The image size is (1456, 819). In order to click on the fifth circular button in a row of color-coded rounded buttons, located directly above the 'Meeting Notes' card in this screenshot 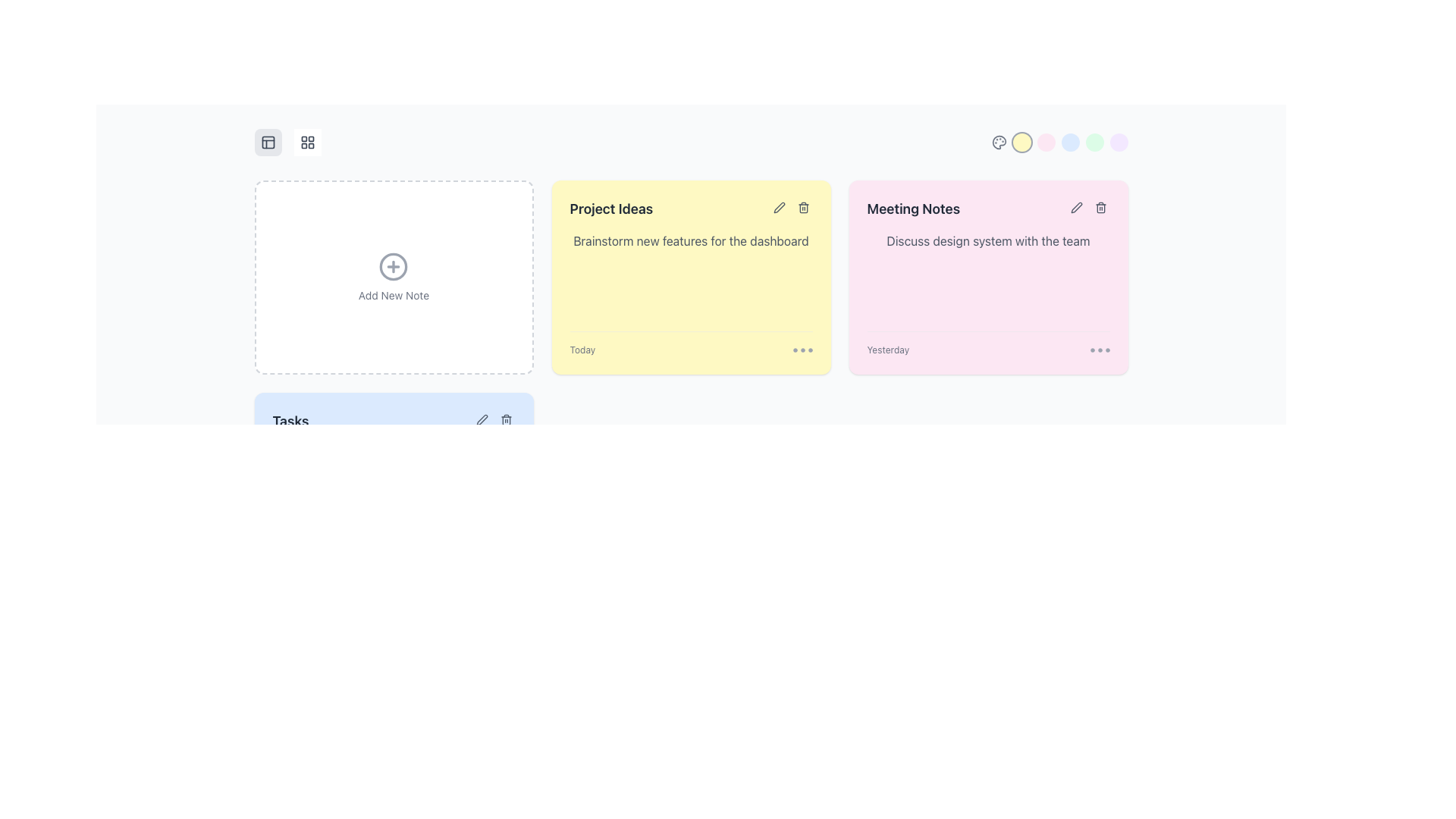, I will do `click(1094, 143)`.